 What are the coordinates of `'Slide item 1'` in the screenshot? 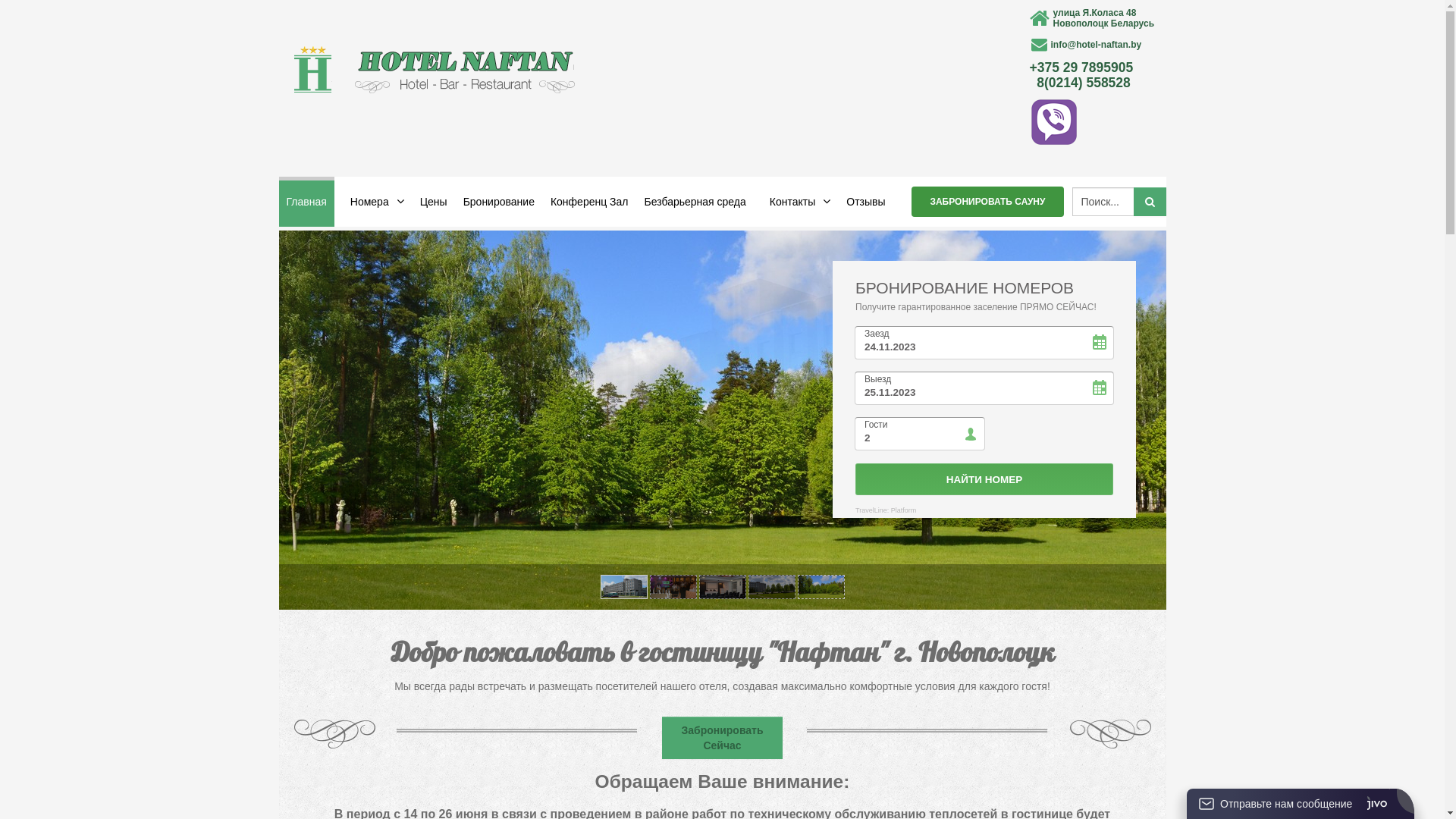 It's located at (623, 586).